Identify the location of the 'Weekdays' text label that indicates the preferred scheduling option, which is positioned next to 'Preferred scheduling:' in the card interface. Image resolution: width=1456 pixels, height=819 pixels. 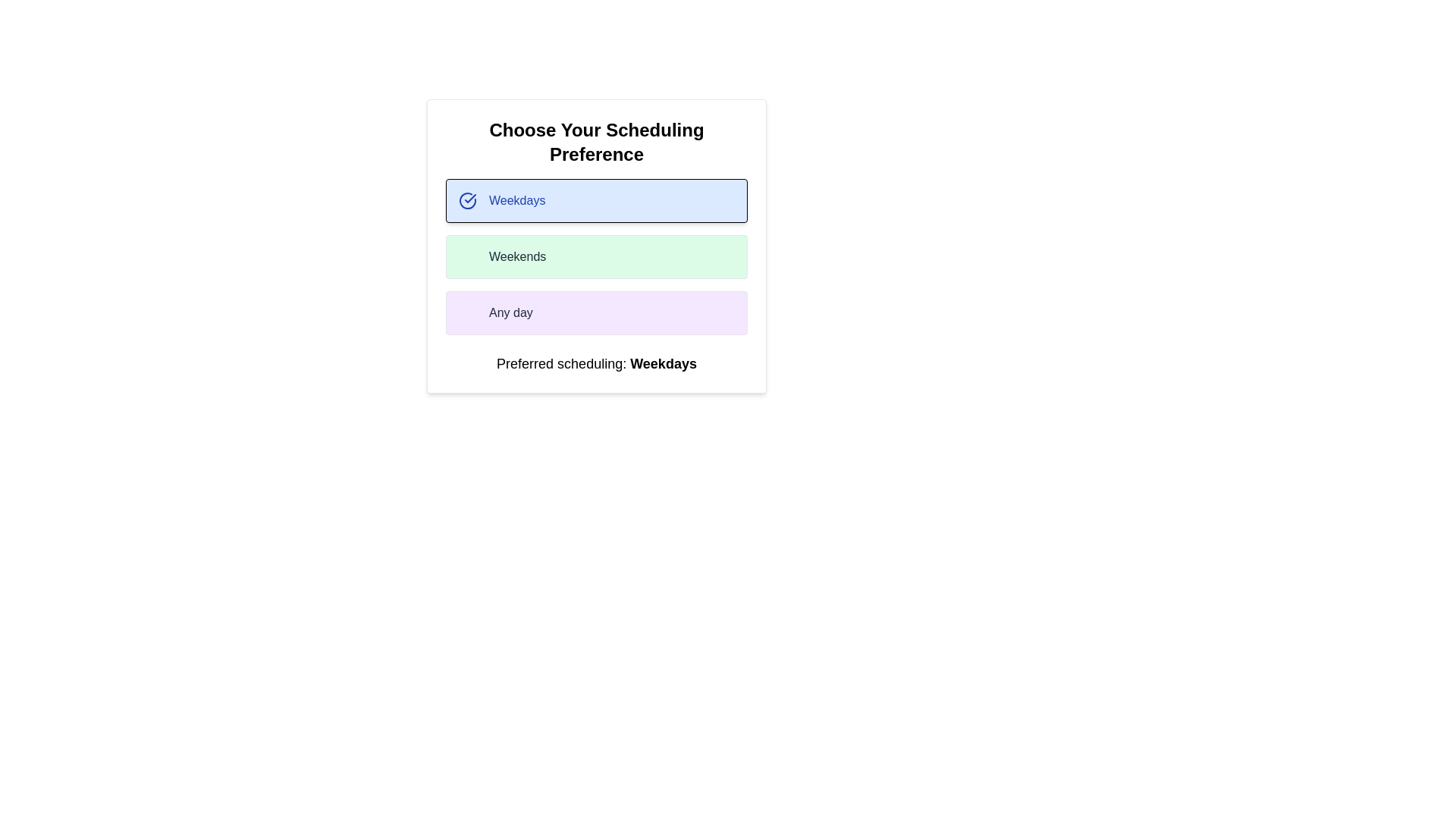
(664, 363).